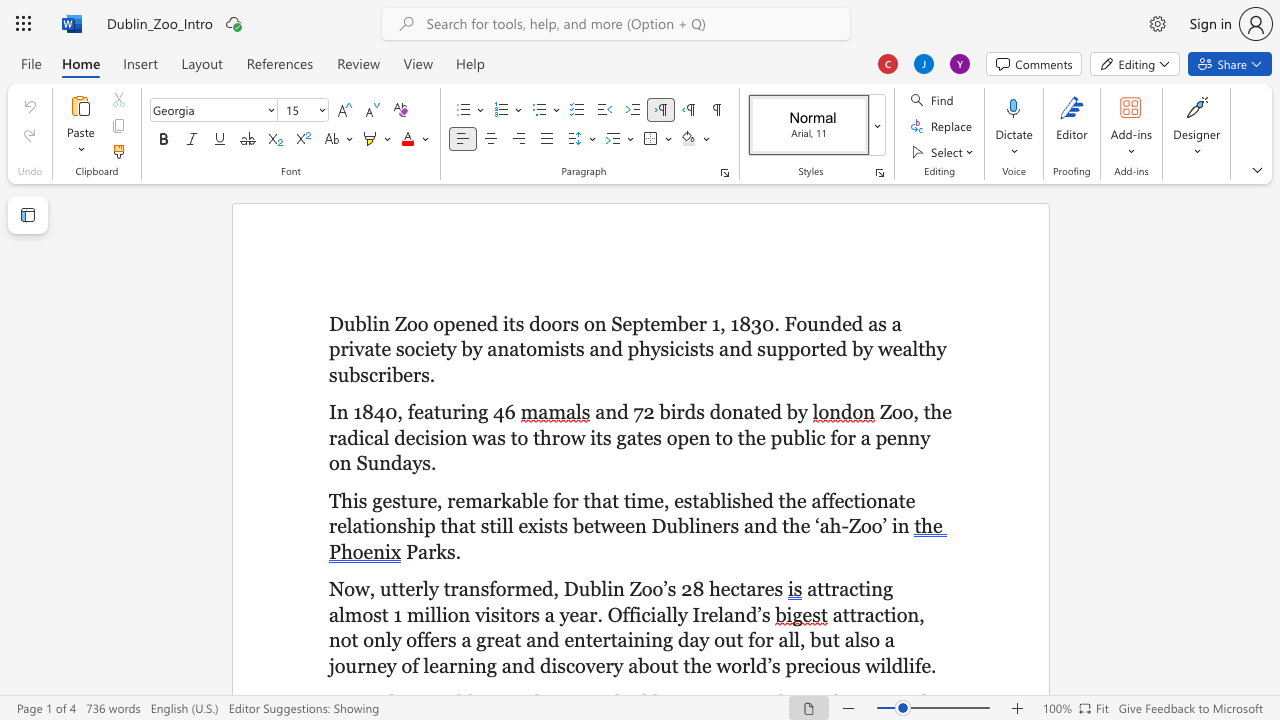 This screenshot has height=720, width=1280. I want to click on the 1th character "a" in the text, so click(704, 499).